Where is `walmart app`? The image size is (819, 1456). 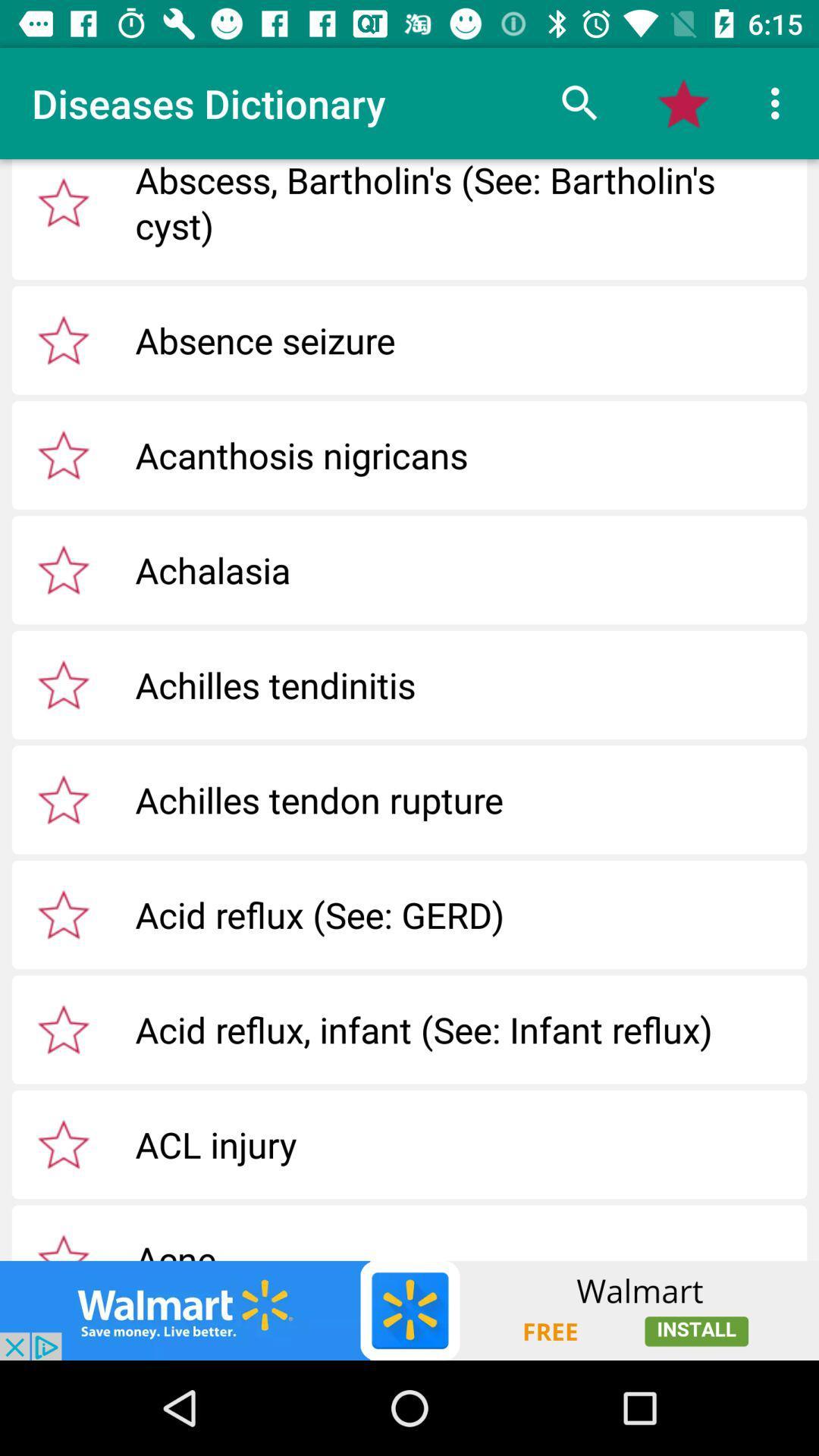 walmart app is located at coordinates (409, 1310).